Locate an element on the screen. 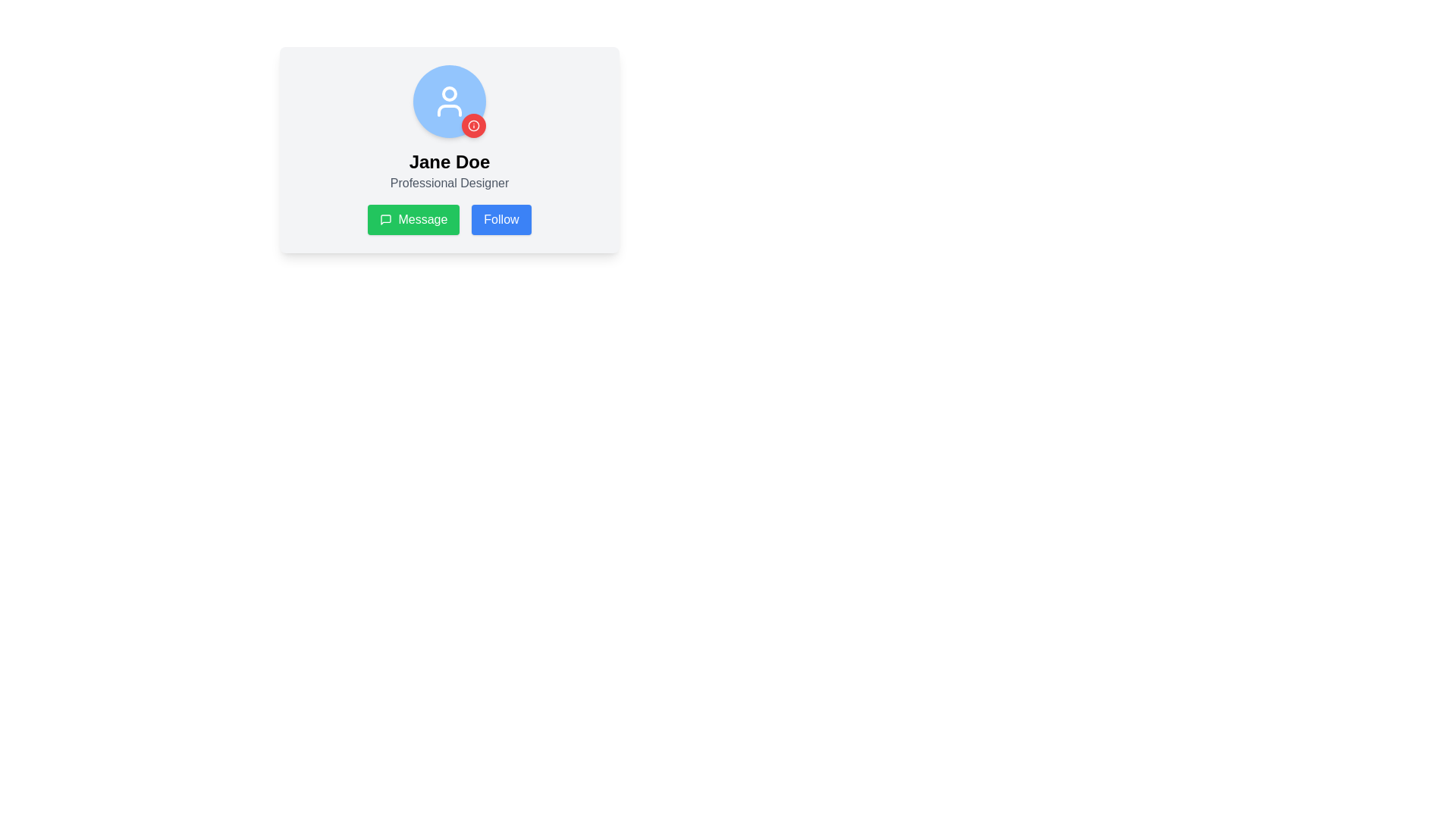  the bright blue 'Follow' button with white text to follow the profile is located at coordinates (501, 219).